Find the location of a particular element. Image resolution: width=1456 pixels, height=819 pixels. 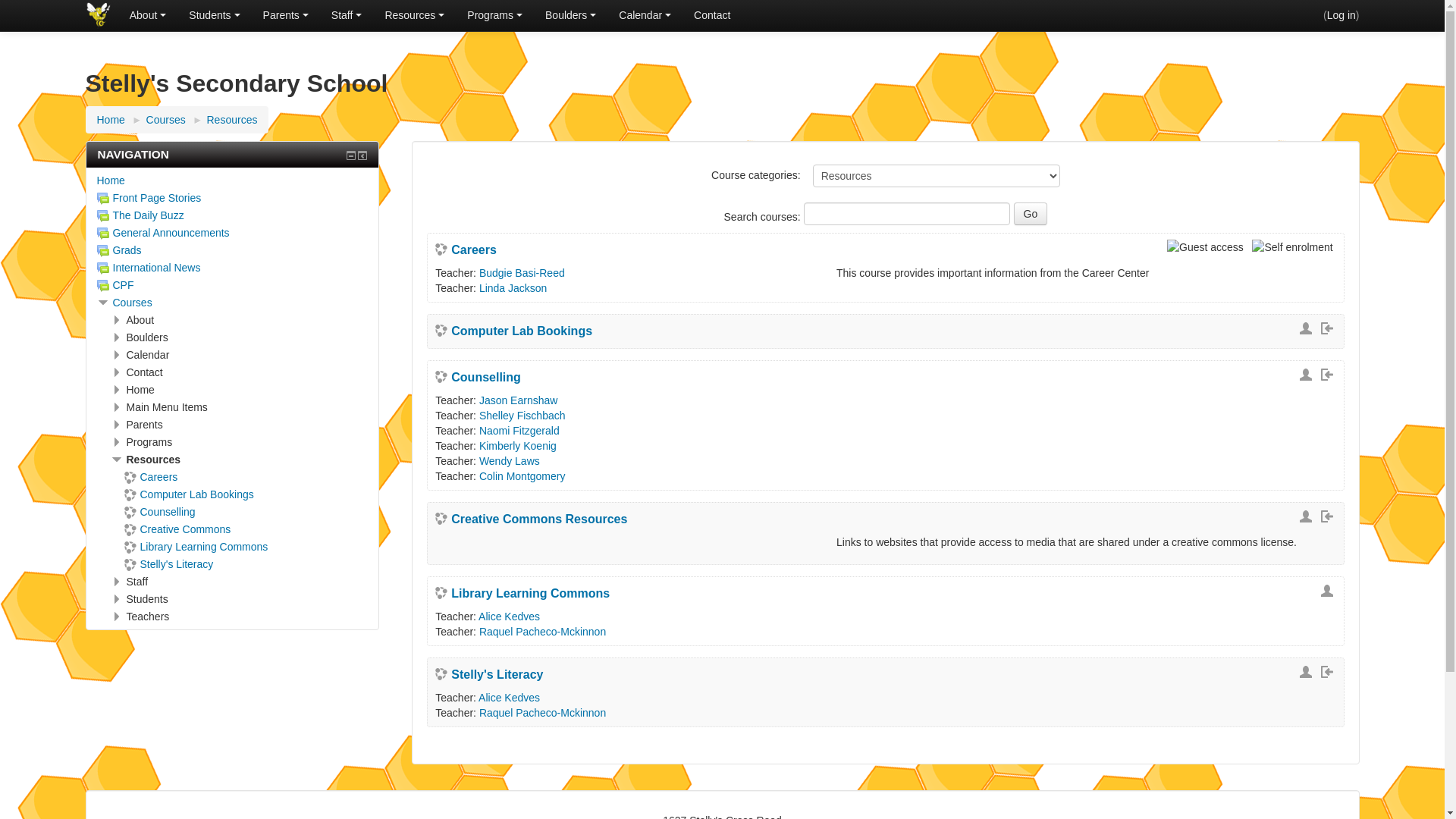

'Kimberly Koenig' is located at coordinates (479, 444).